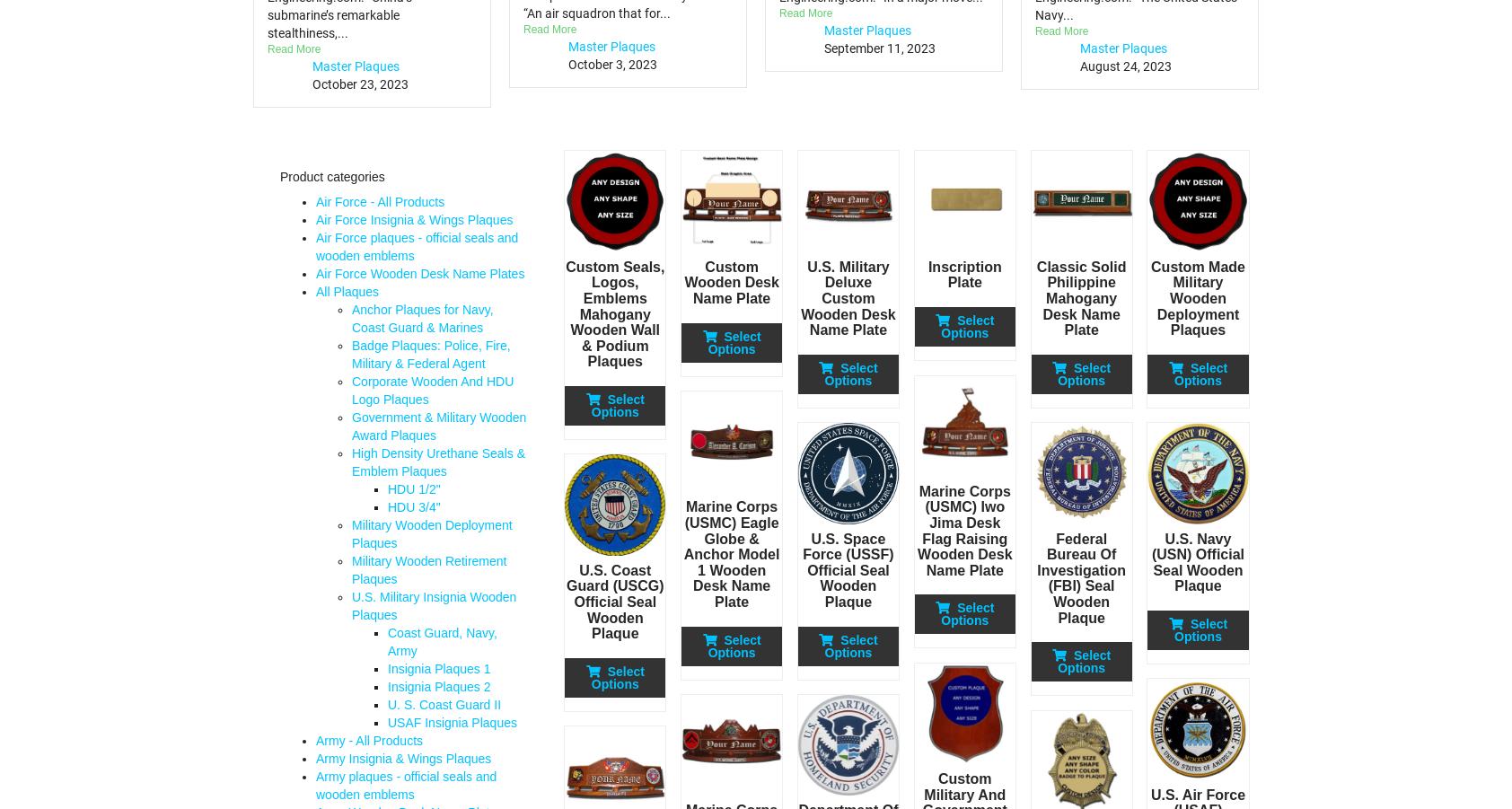 The width and height of the screenshot is (1512, 809). What do you see at coordinates (438, 686) in the screenshot?
I see `'Insignia Plaques 2'` at bounding box center [438, 686].